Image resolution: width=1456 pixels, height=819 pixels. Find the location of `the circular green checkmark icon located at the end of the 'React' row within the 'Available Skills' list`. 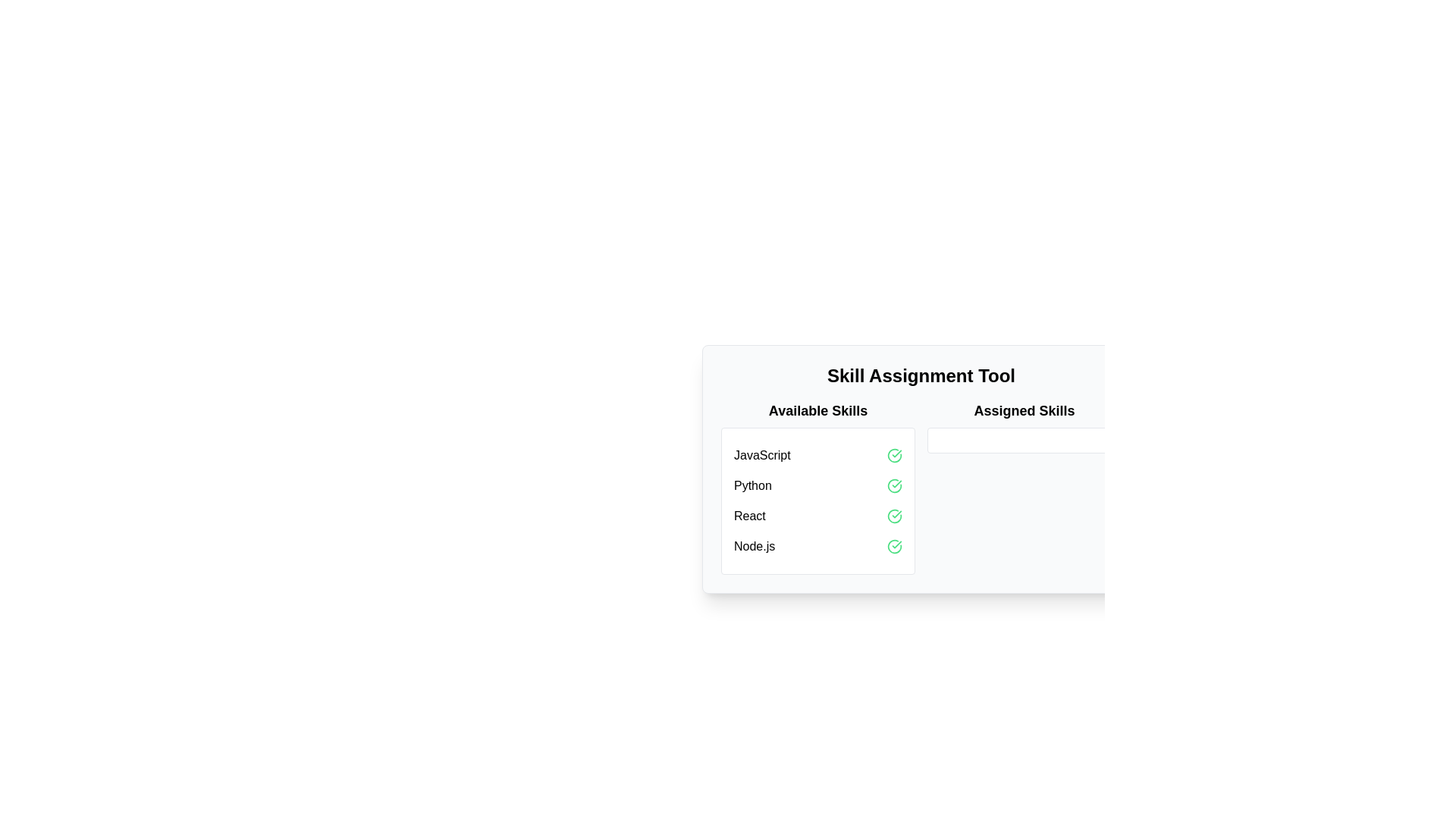

the circular green checkmark icon located at the end of the 'React' row within the 'Available Skills' list is located at coordinates (895, 516).